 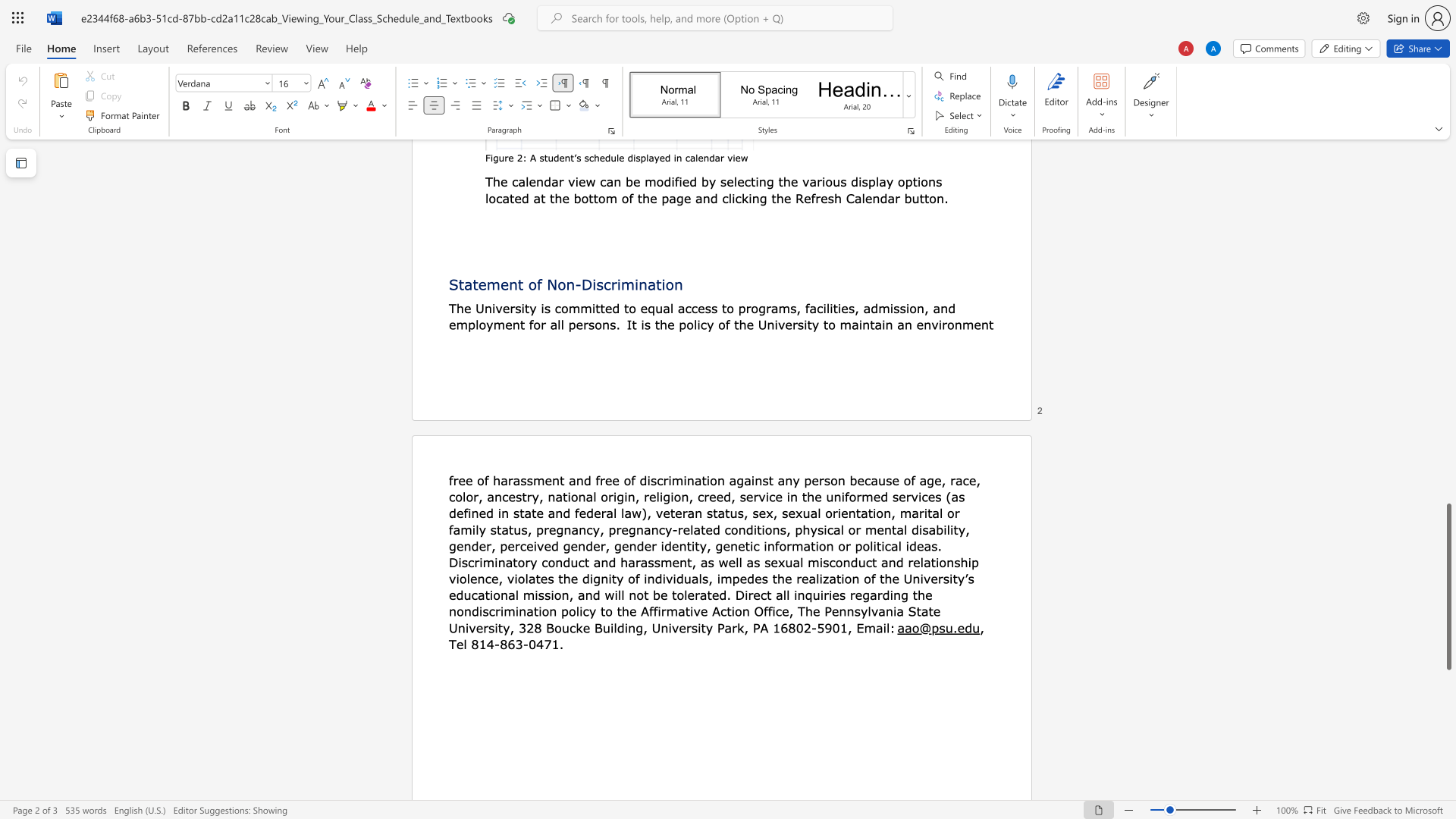 What do you see at coordinates (1448, 356) in the screenshot?
I see `the scrollbar to scroll the page up` at bounding box center [1448, 356].